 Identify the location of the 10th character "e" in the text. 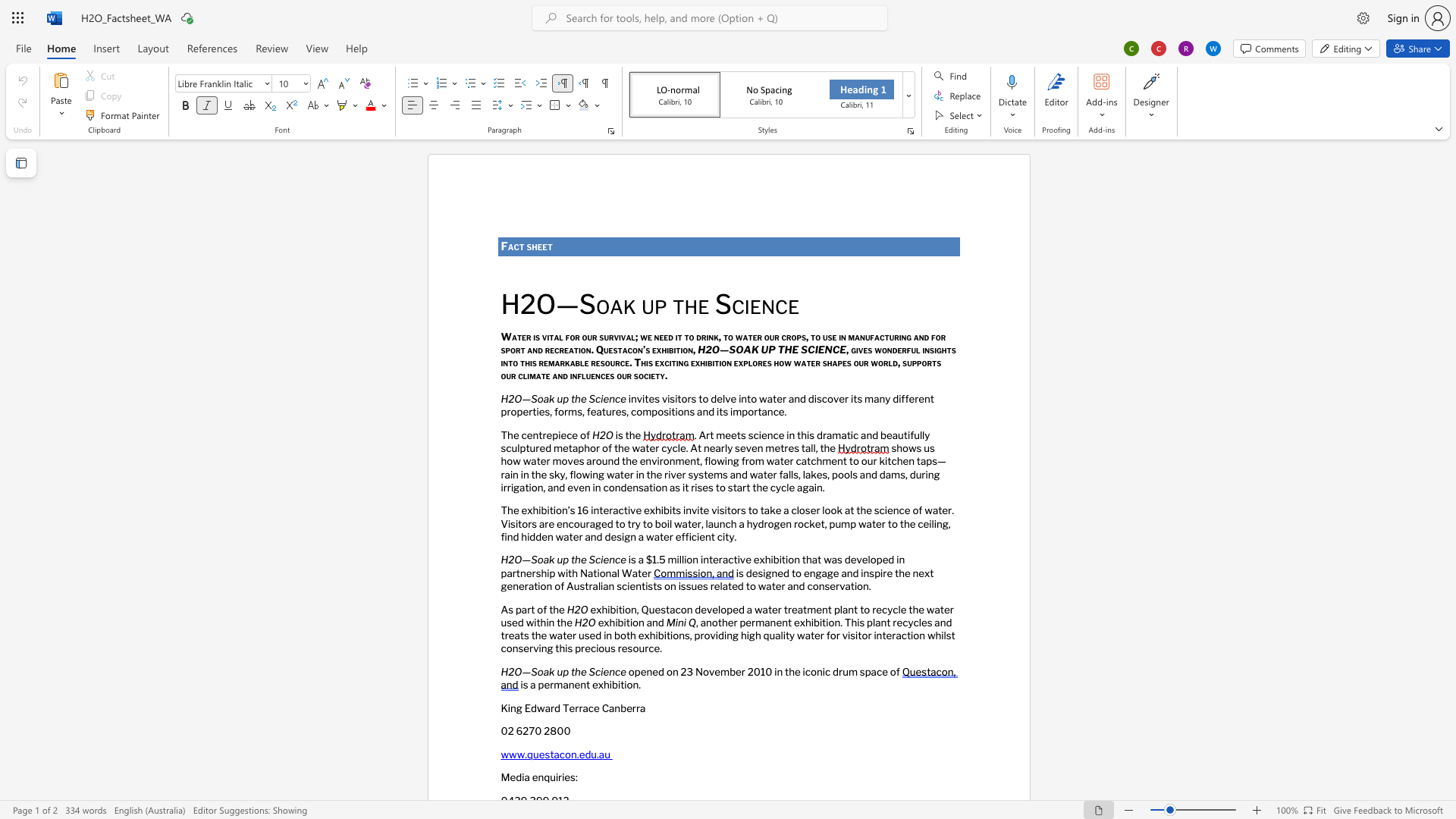
(764, 362).